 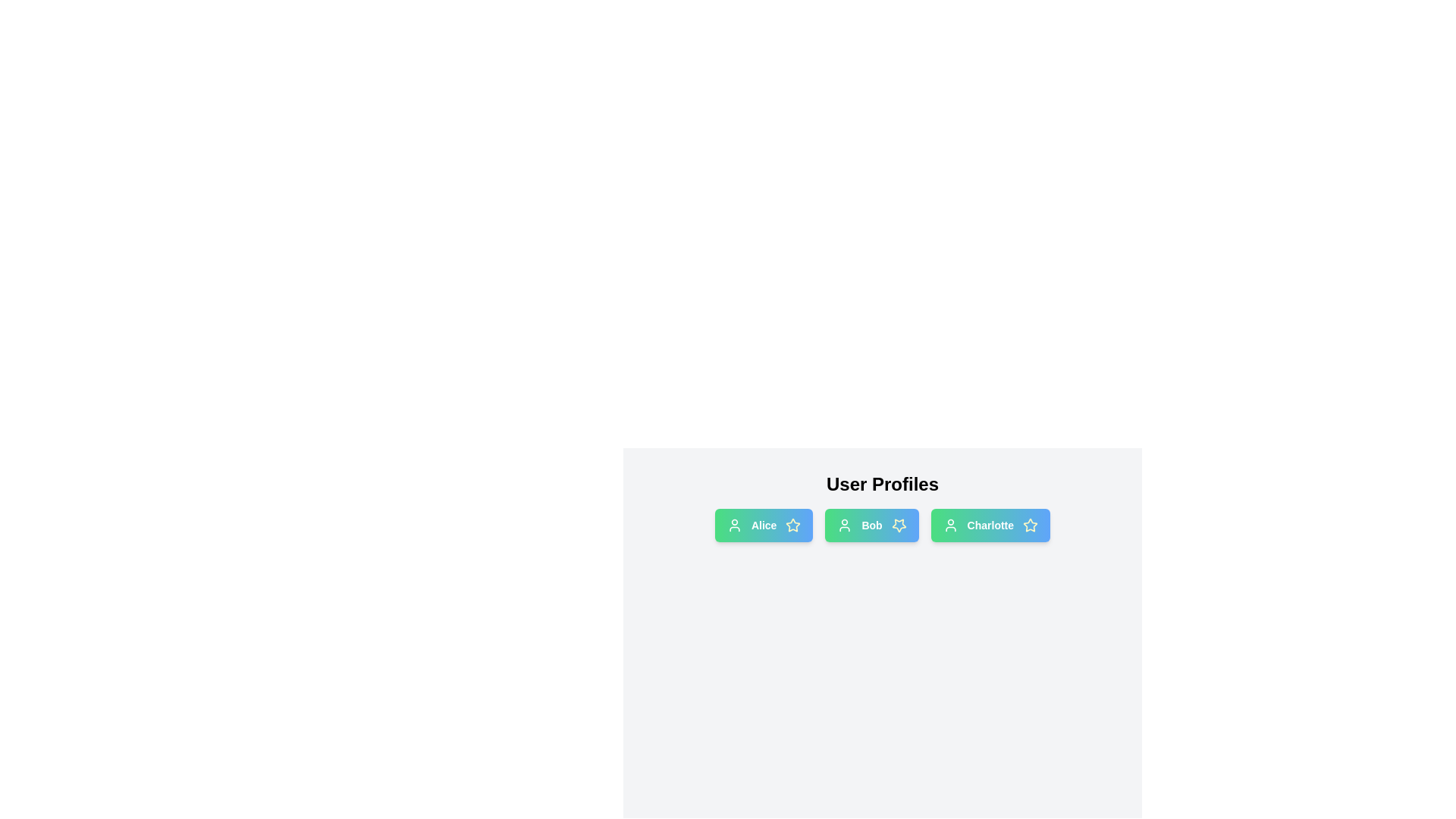 What do you see at coordinates (899, 525) in the screenshot?
I see `the star icon for Bob` at bounding box center [899, 525].